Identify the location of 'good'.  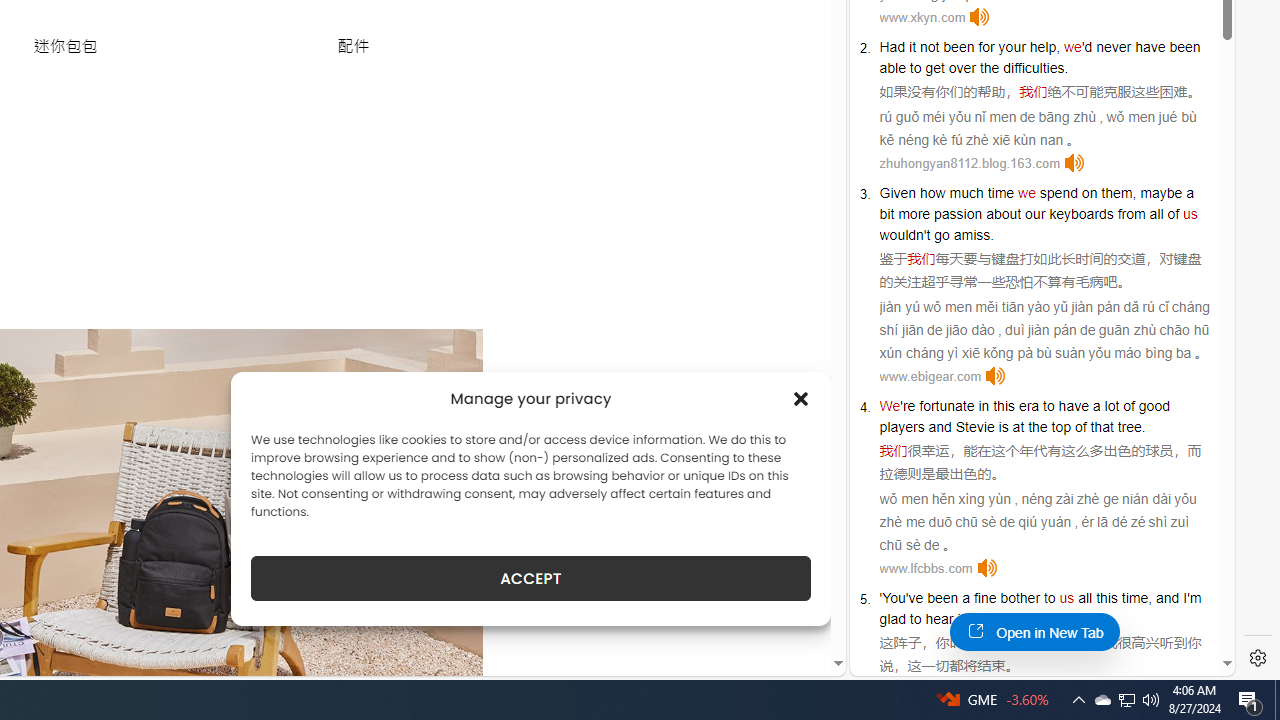
(1153, 405).